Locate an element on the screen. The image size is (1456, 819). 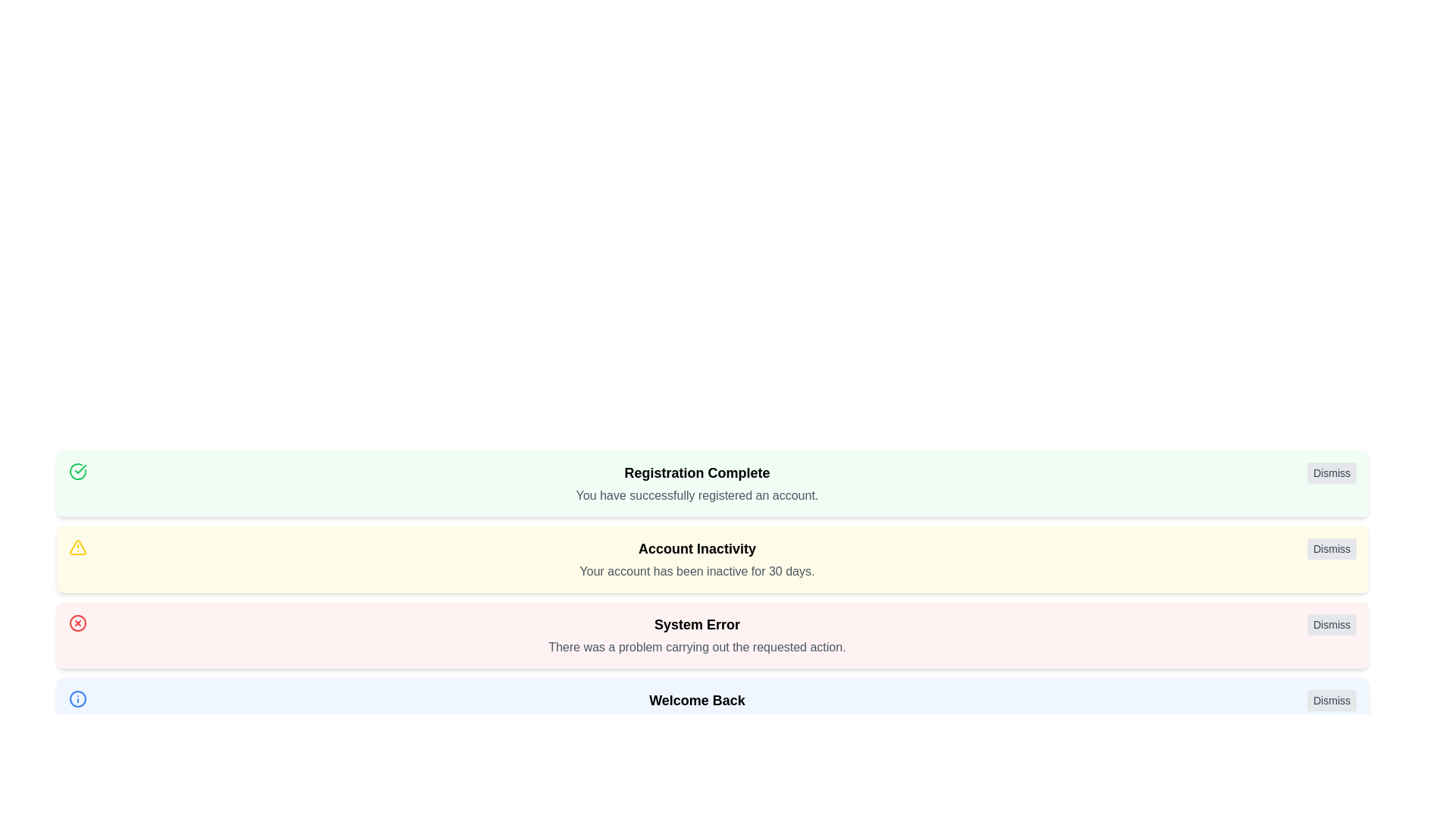
the Header or Title element that indicates successful registration in the notification card is located at coordinates (696, 472).